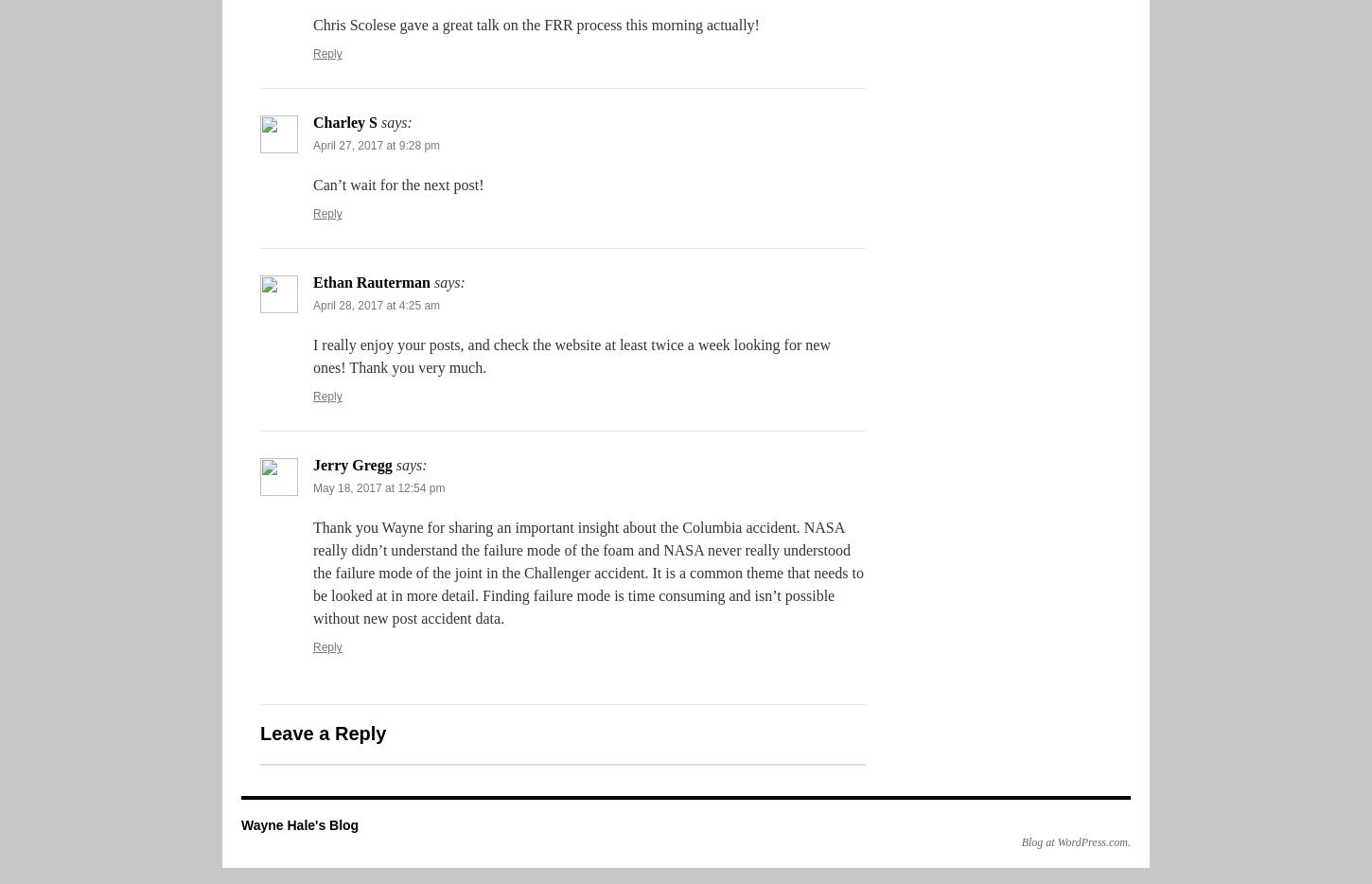 The height and width of the screenshot is (884, 1372). Describe the element at coordinates (1074, 842) in the screenshot. I see `'Blog at WordPress.com.'` at that location.